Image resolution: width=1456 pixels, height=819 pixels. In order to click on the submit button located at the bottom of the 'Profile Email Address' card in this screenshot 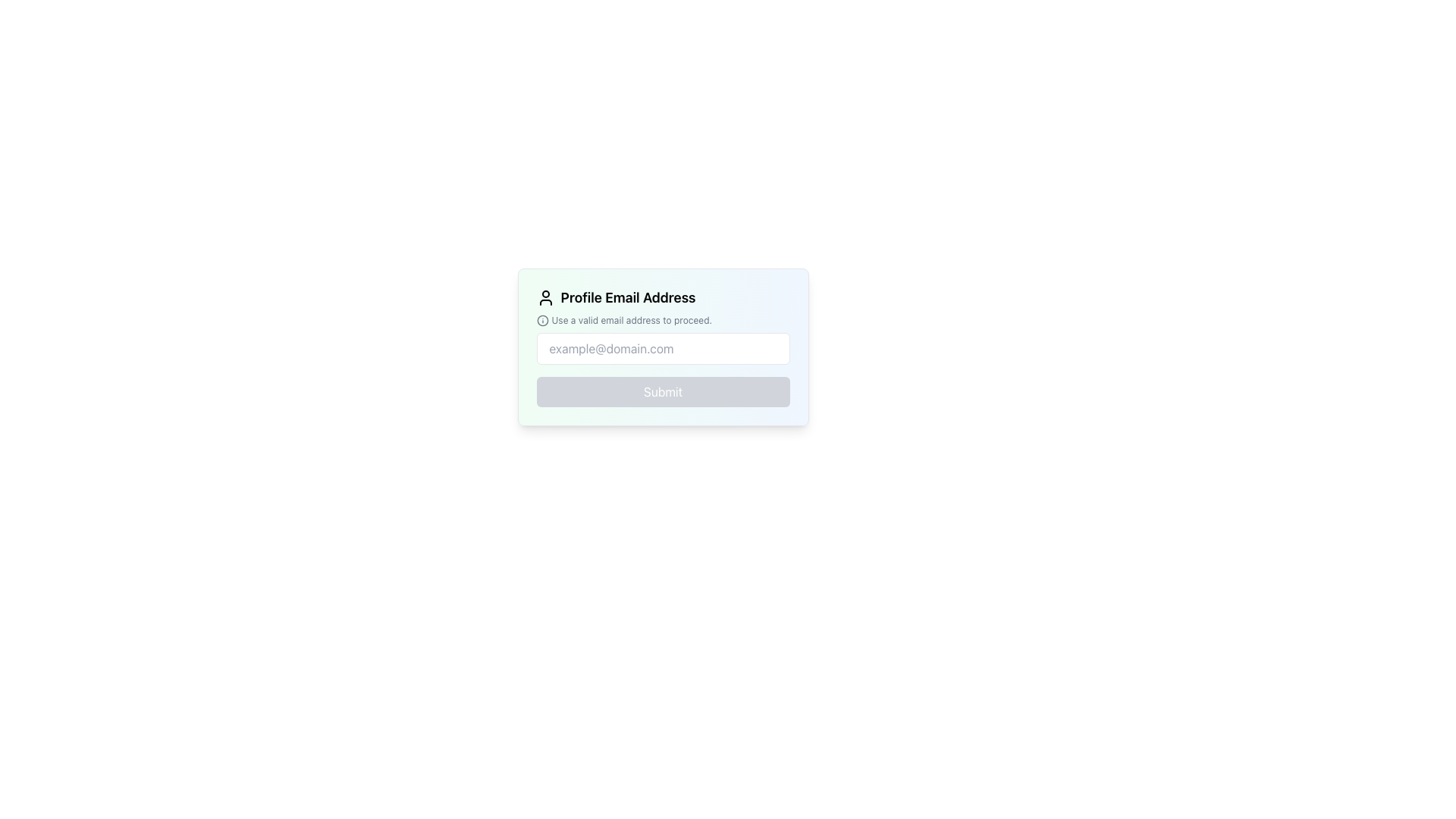, I will do `click(663, 391)`.